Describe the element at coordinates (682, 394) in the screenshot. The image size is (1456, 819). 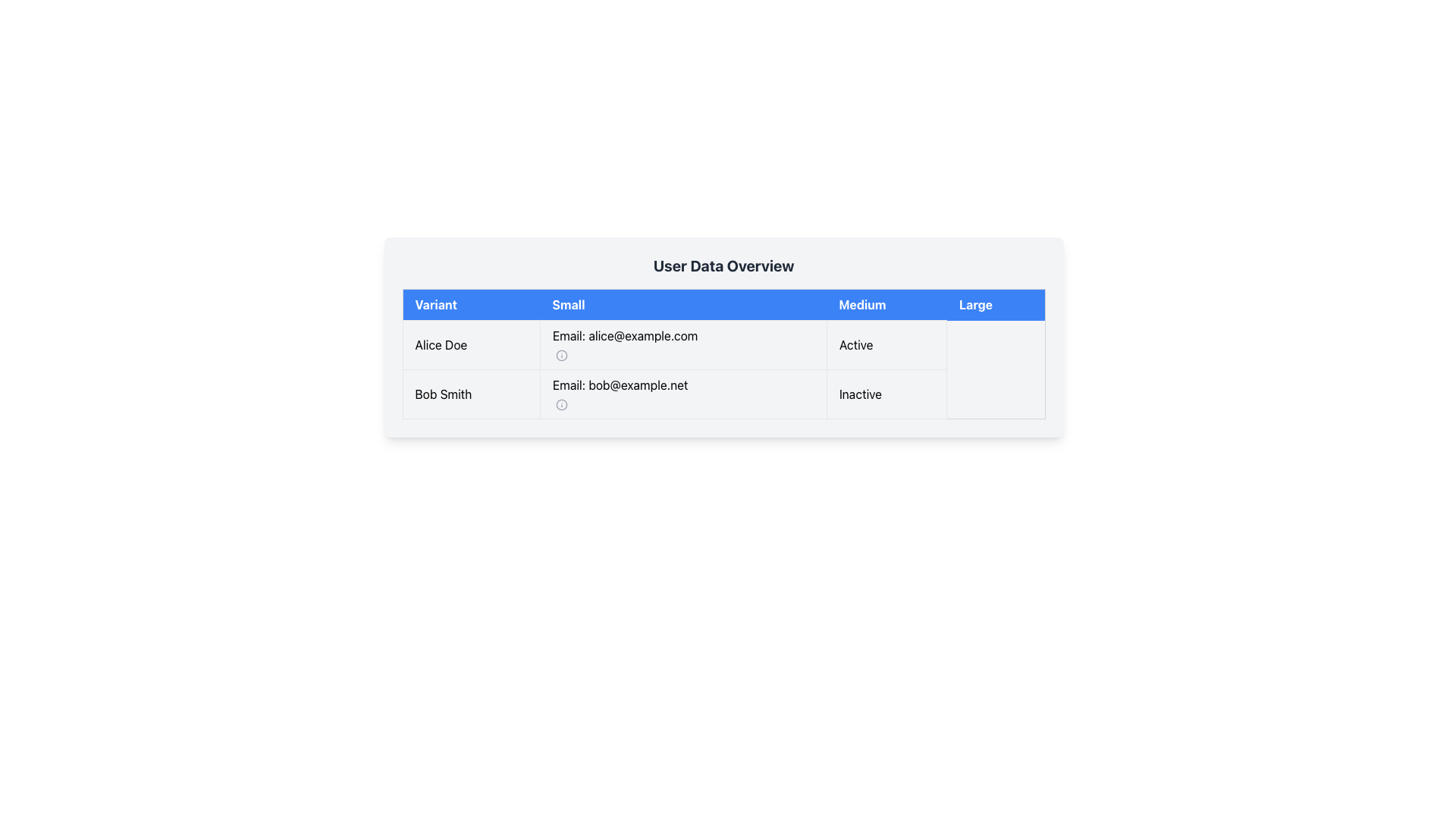
I see `email address displayed in the Text Label located in the 'Small' column of the 'User Data Overview' table, specifically under the row for 'Bob Smith'` at that location.